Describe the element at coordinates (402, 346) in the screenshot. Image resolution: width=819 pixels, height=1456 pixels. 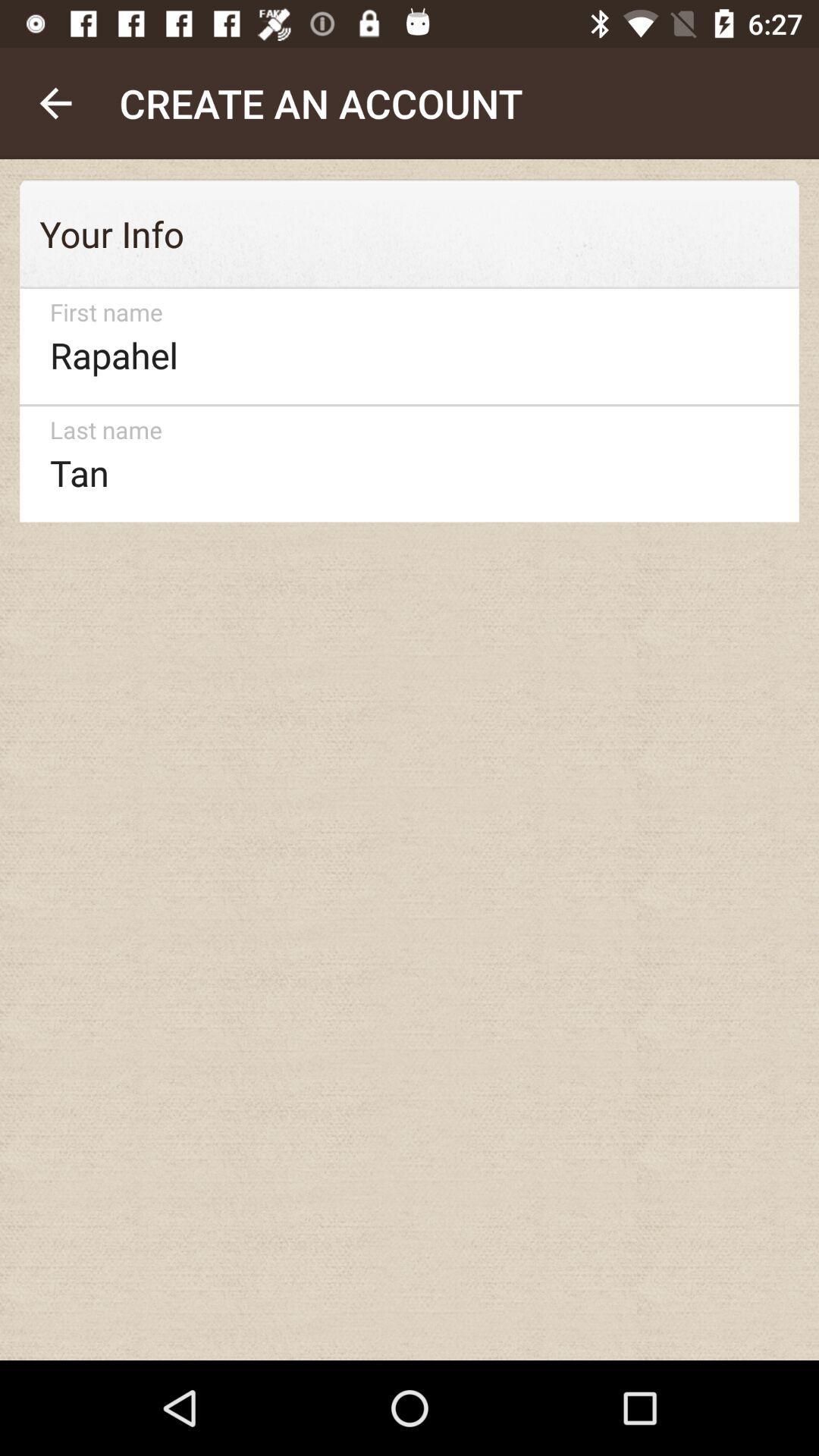
I see `the rapahel item` at that location.